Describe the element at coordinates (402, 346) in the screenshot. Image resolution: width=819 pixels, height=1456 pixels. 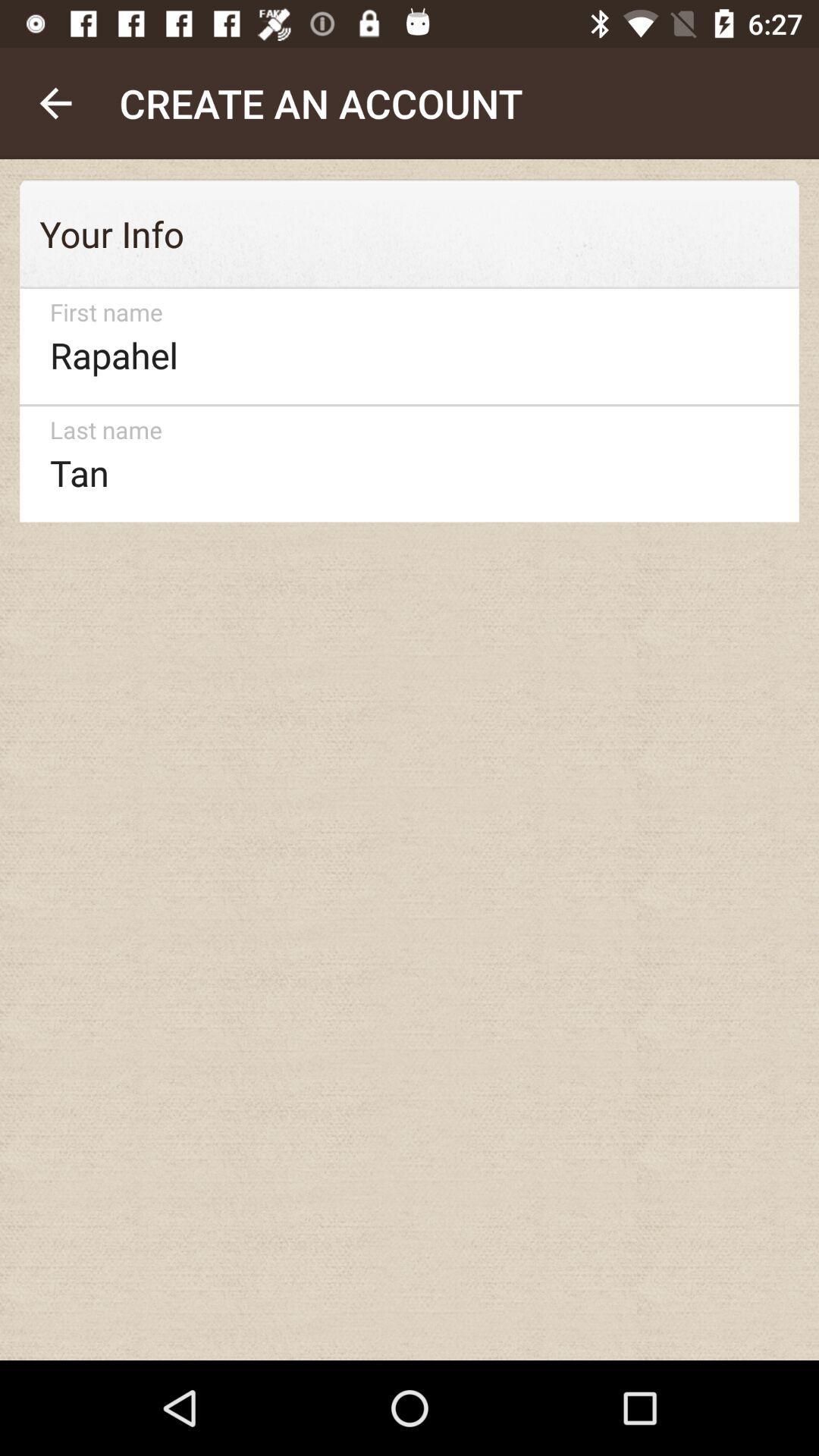
I see `the rapahel item` at that location.